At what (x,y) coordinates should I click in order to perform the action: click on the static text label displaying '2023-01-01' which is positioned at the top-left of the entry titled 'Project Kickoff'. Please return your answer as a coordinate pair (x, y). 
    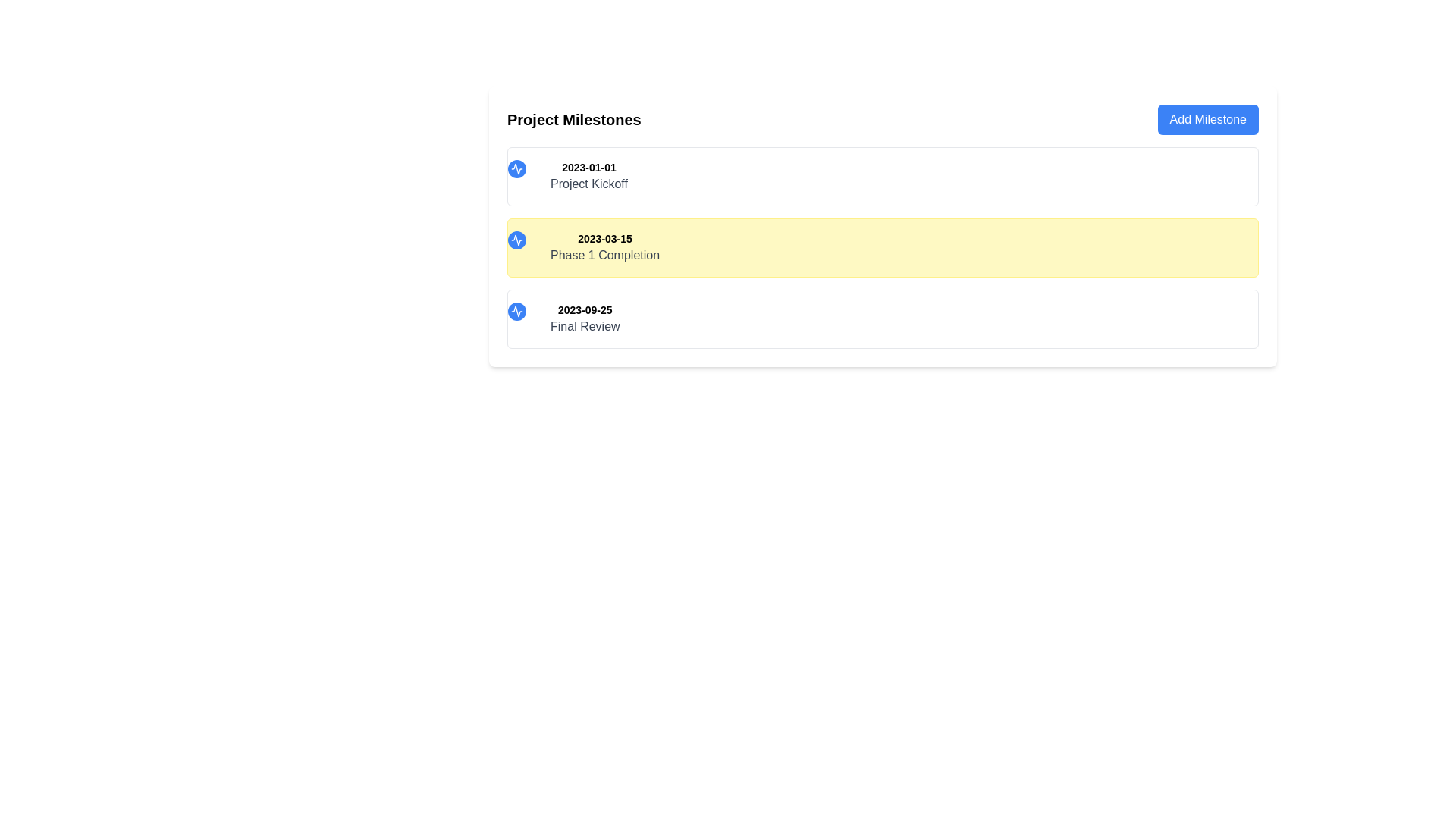
    Looking at the image, I should click on (588, 167).